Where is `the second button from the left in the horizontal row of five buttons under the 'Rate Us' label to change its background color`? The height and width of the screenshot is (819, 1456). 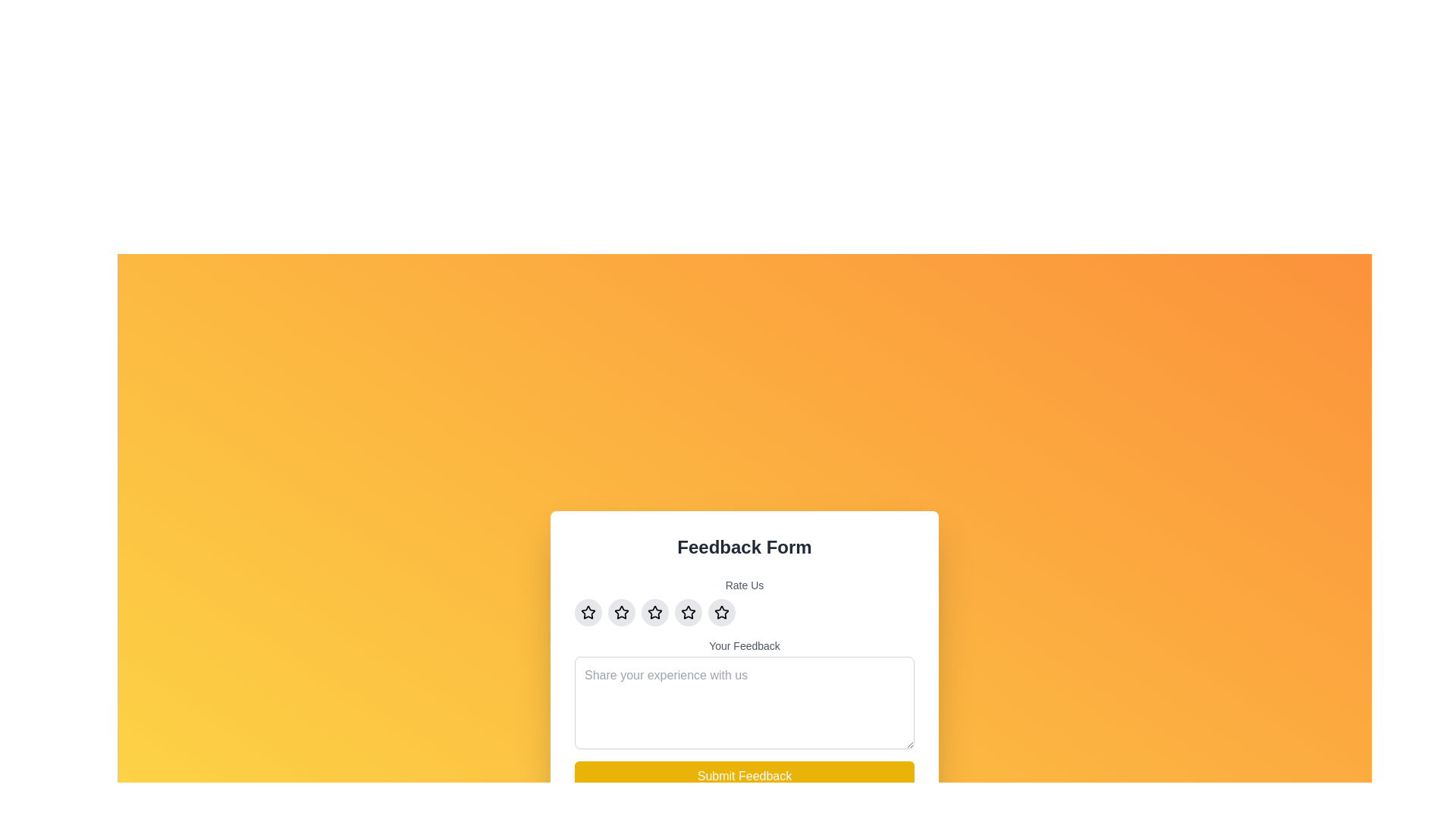
the second button from the left in the horizontal row of five buttons under the 'Rate Us' label to change its background color is located at coordinates (622, 611).